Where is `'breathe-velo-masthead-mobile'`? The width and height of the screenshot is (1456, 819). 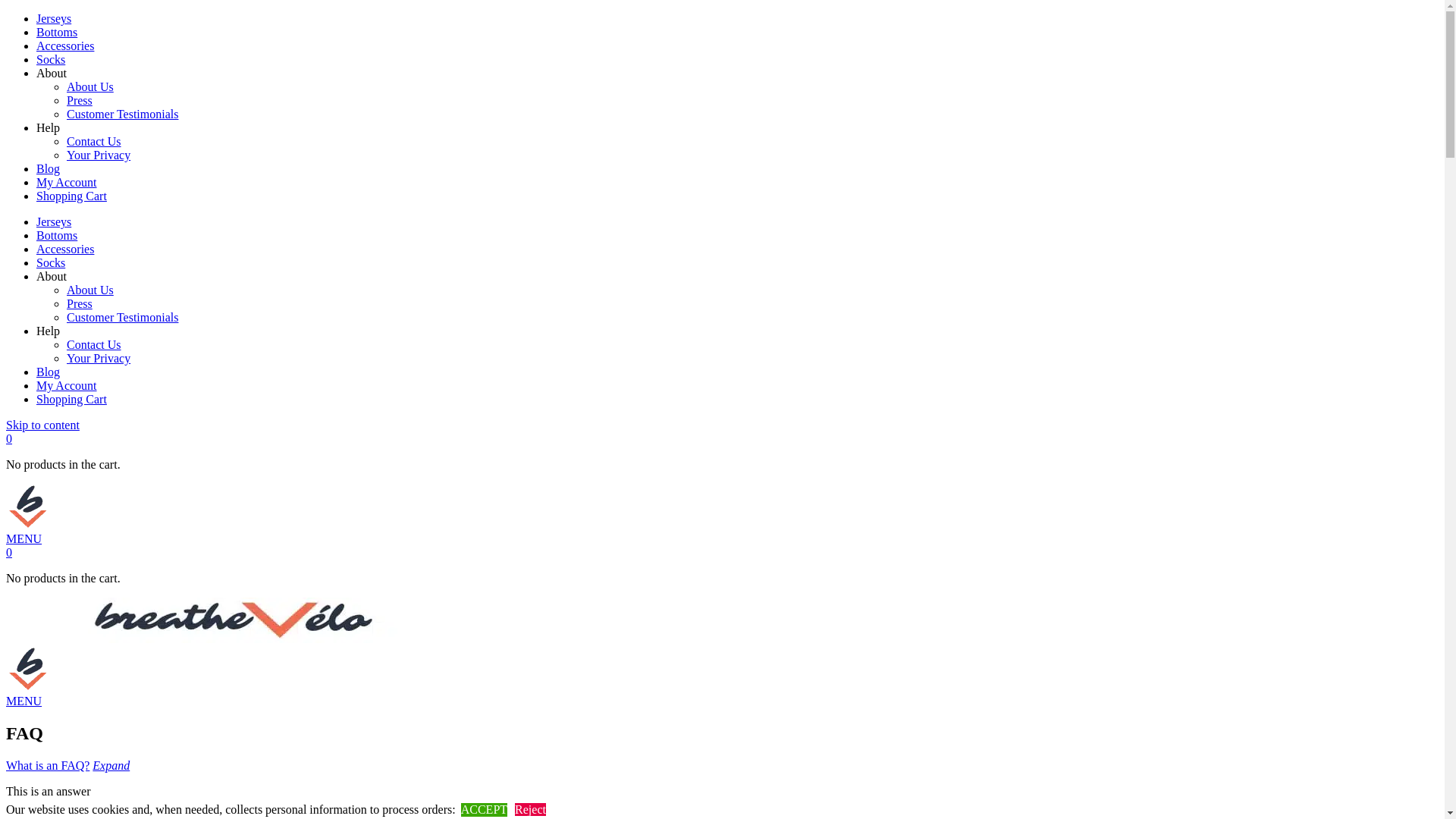
'breathe-velo-masthead-mobile' is located at coordinates (6, 506).